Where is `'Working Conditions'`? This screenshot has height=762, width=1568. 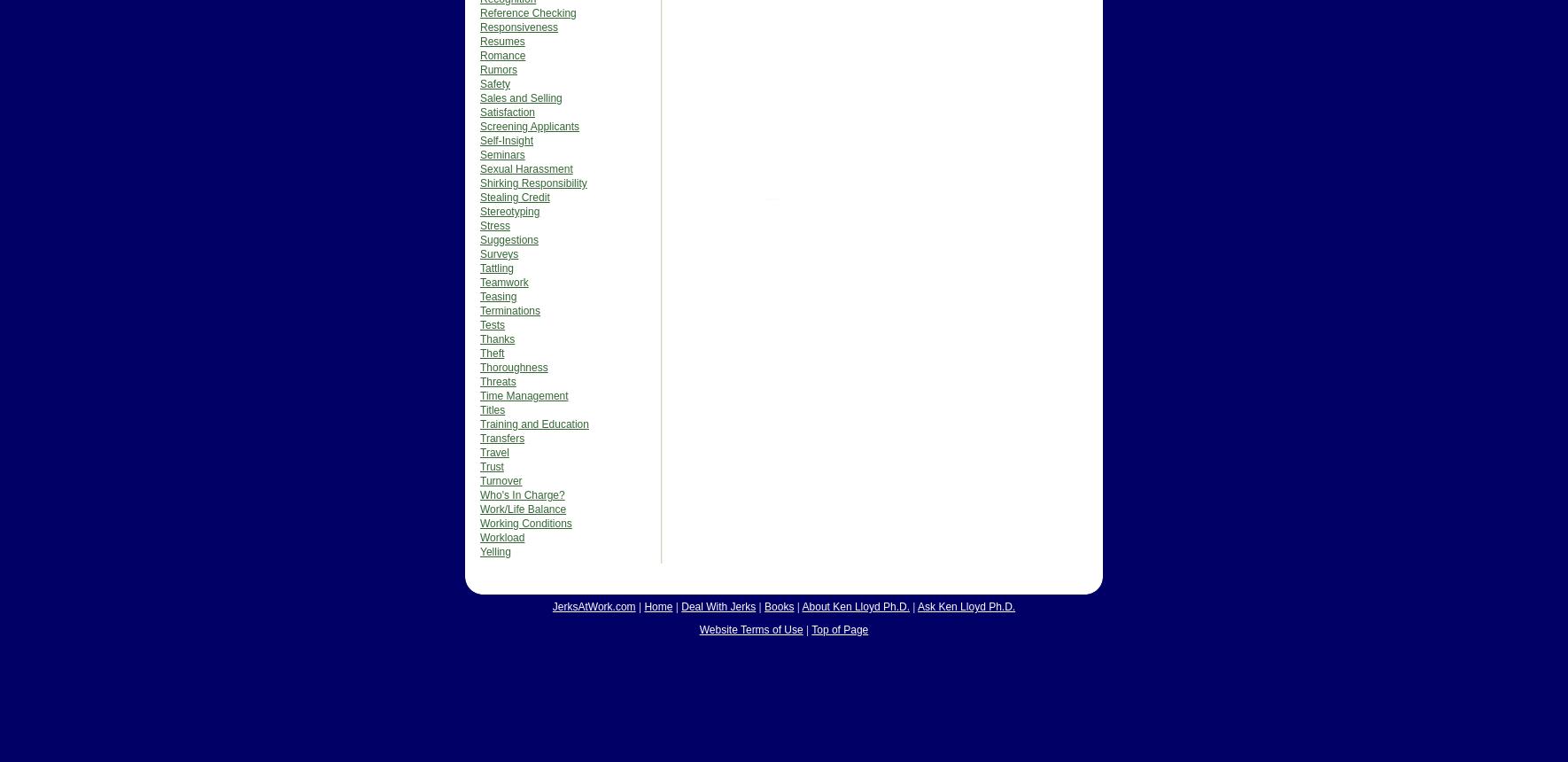 'Working Conditions' is located at coordinates (524, 523).